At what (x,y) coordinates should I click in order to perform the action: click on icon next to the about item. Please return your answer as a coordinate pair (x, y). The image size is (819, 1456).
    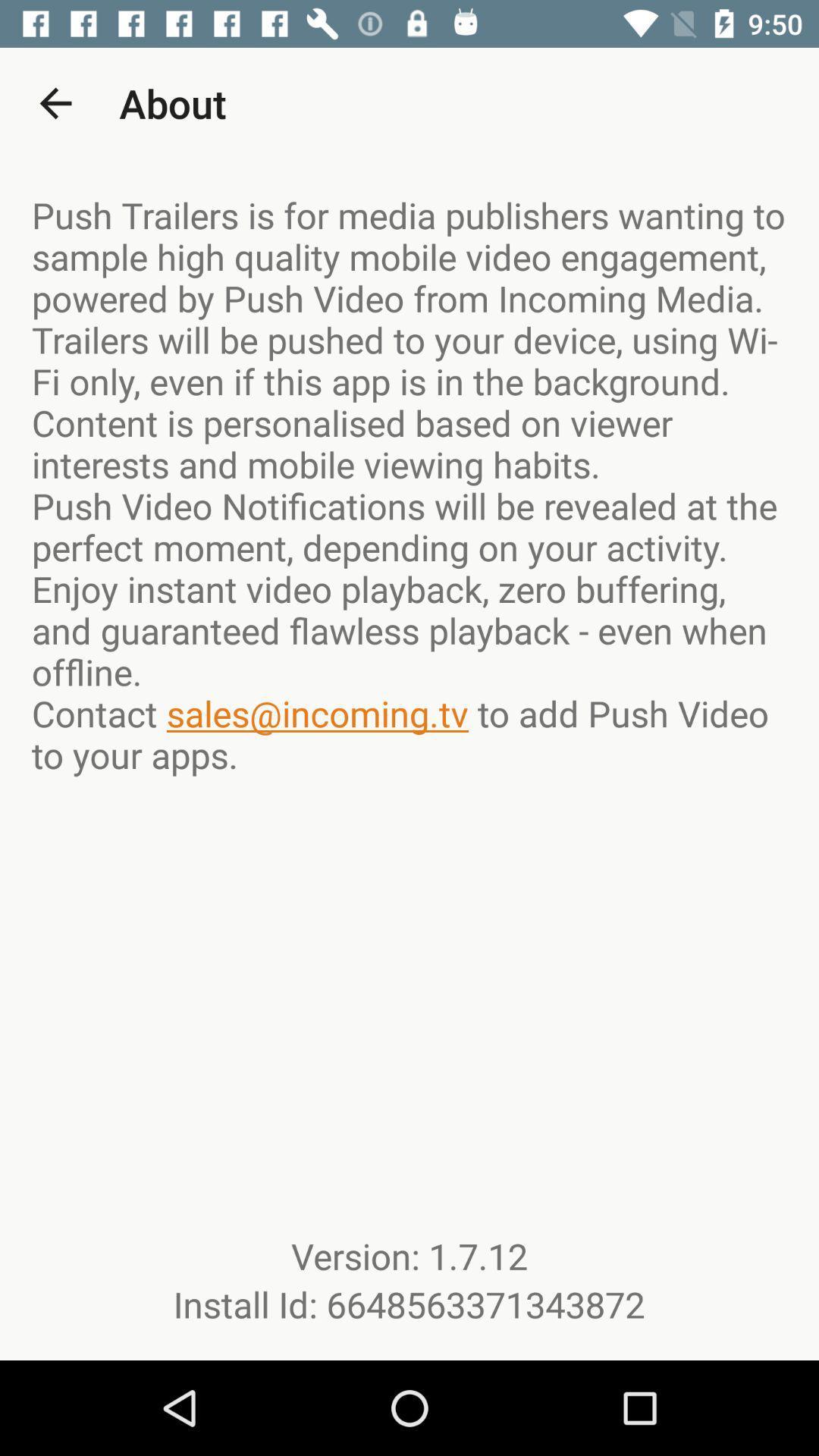
    Looking at the image, I should click on (55, 102).